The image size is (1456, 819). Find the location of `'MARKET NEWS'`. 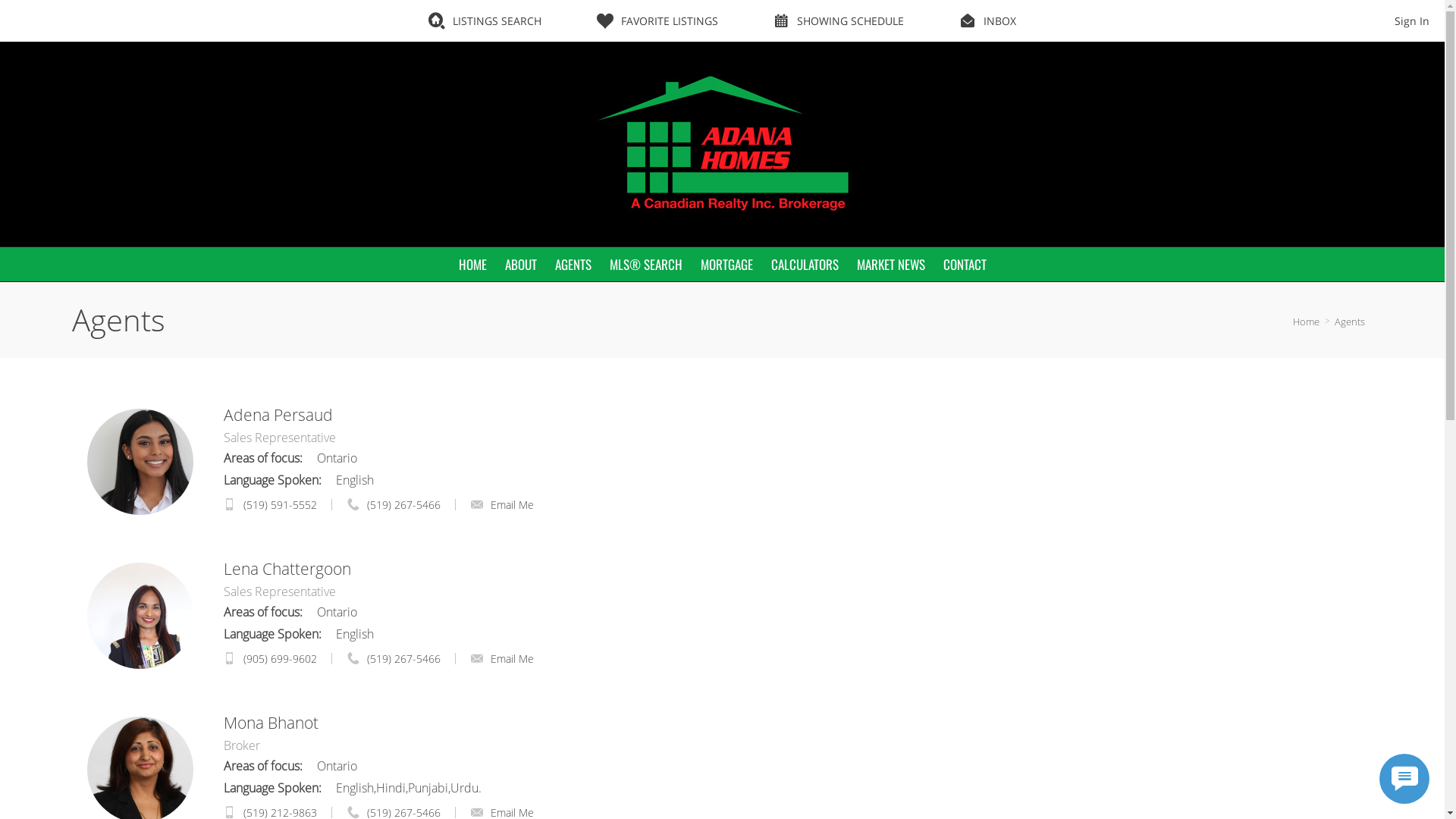

'MARKET NEWS' is located at coordinates (891, 263).